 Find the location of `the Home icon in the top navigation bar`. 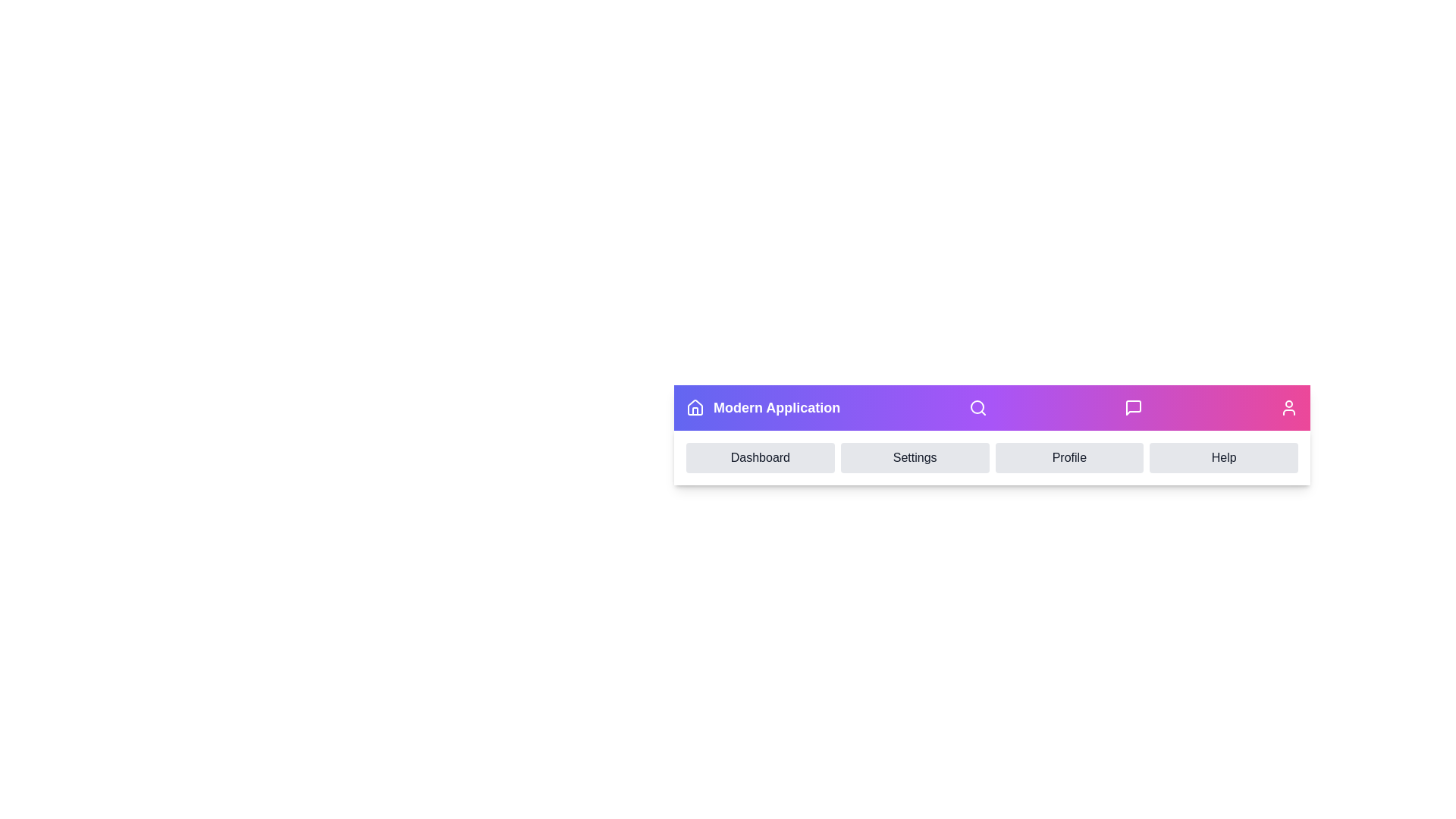

the Home icon in the top navigation bar is located at coordinates (694, 406).